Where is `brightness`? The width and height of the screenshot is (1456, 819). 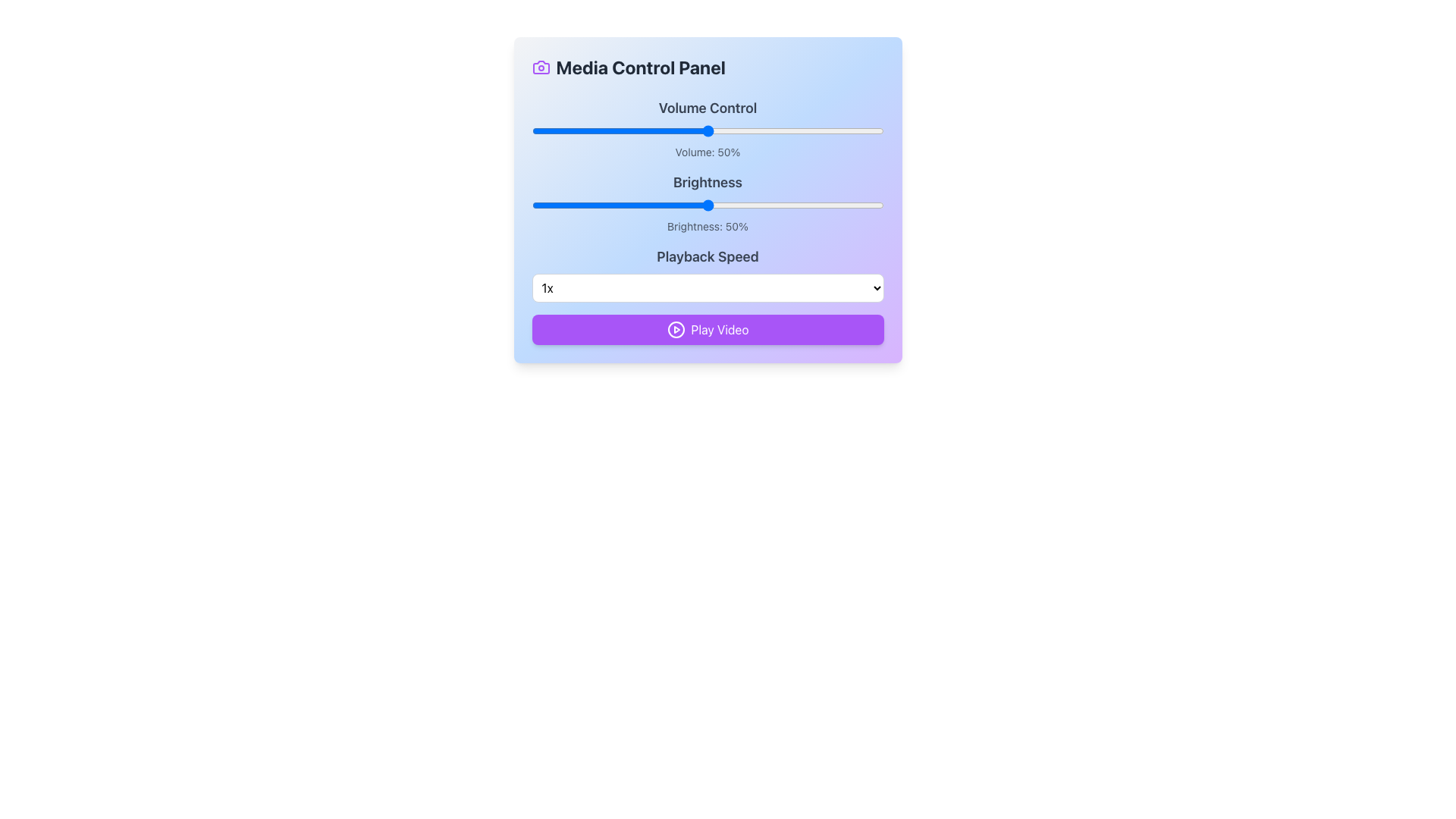 brightness is located at coordinates (757, 205).